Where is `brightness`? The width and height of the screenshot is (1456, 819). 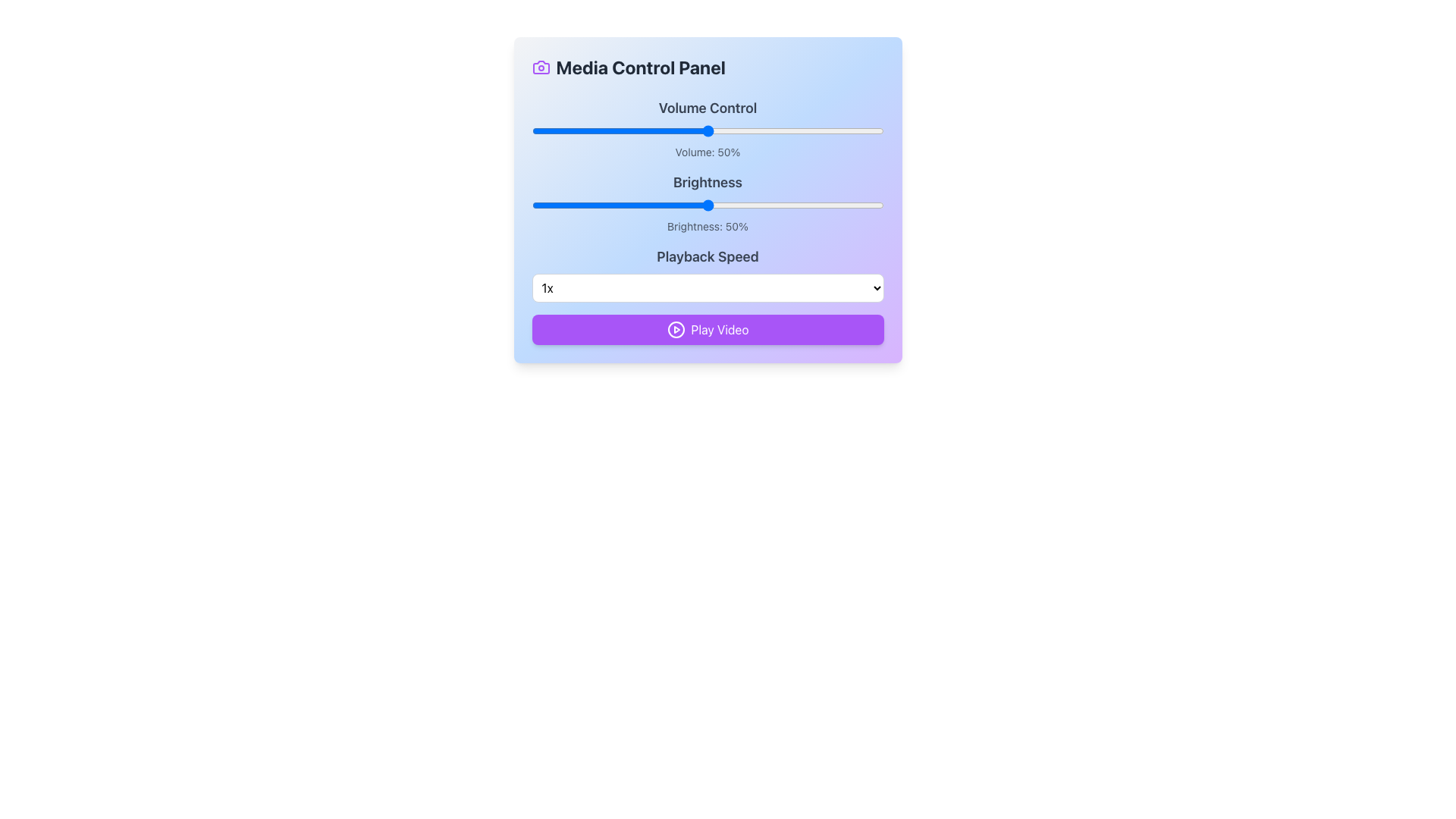 brightness is located at coordinates (757, 205).